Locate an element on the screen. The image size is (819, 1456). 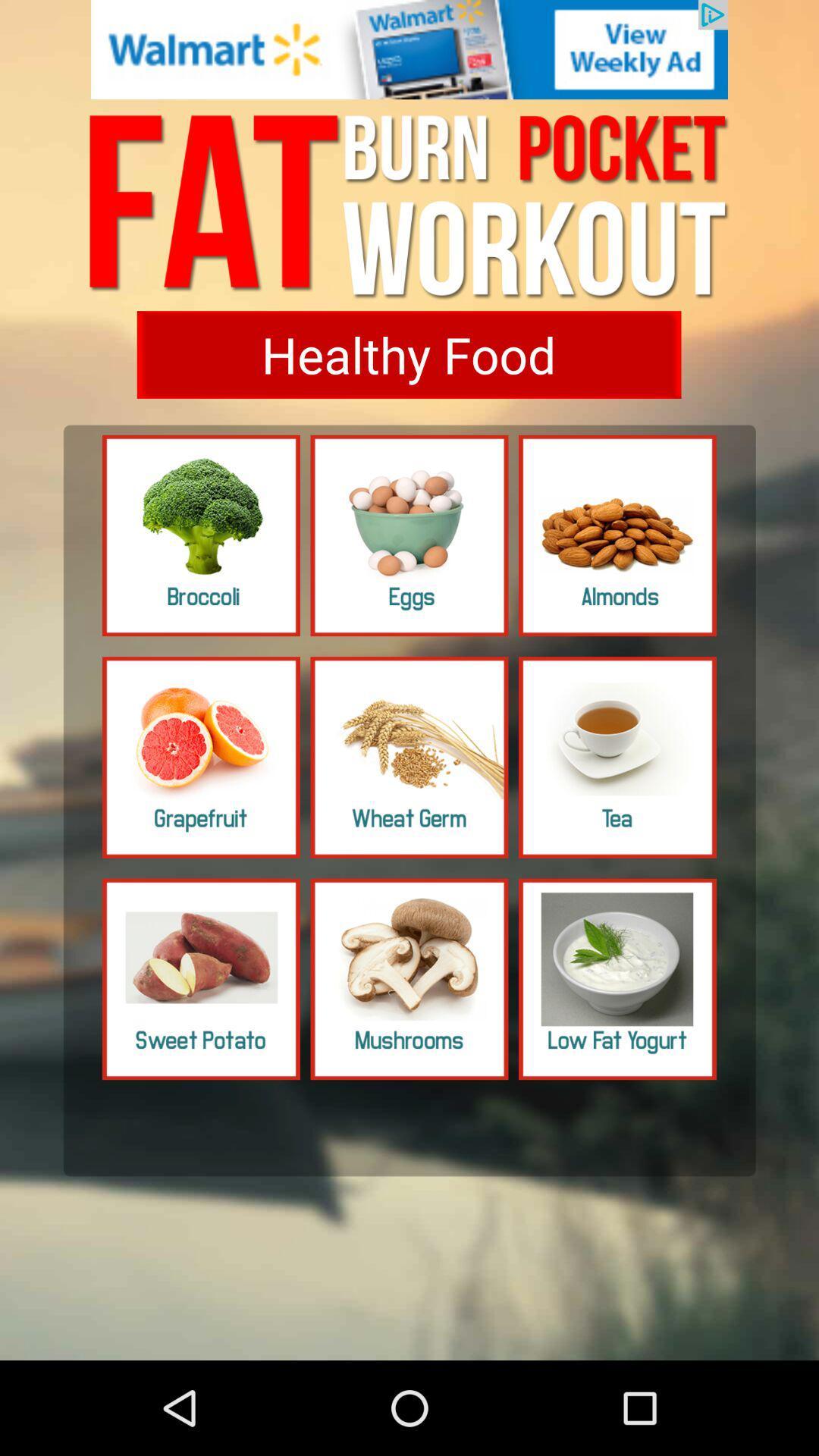
details about wheat germ is located at coordinates (409, 757).